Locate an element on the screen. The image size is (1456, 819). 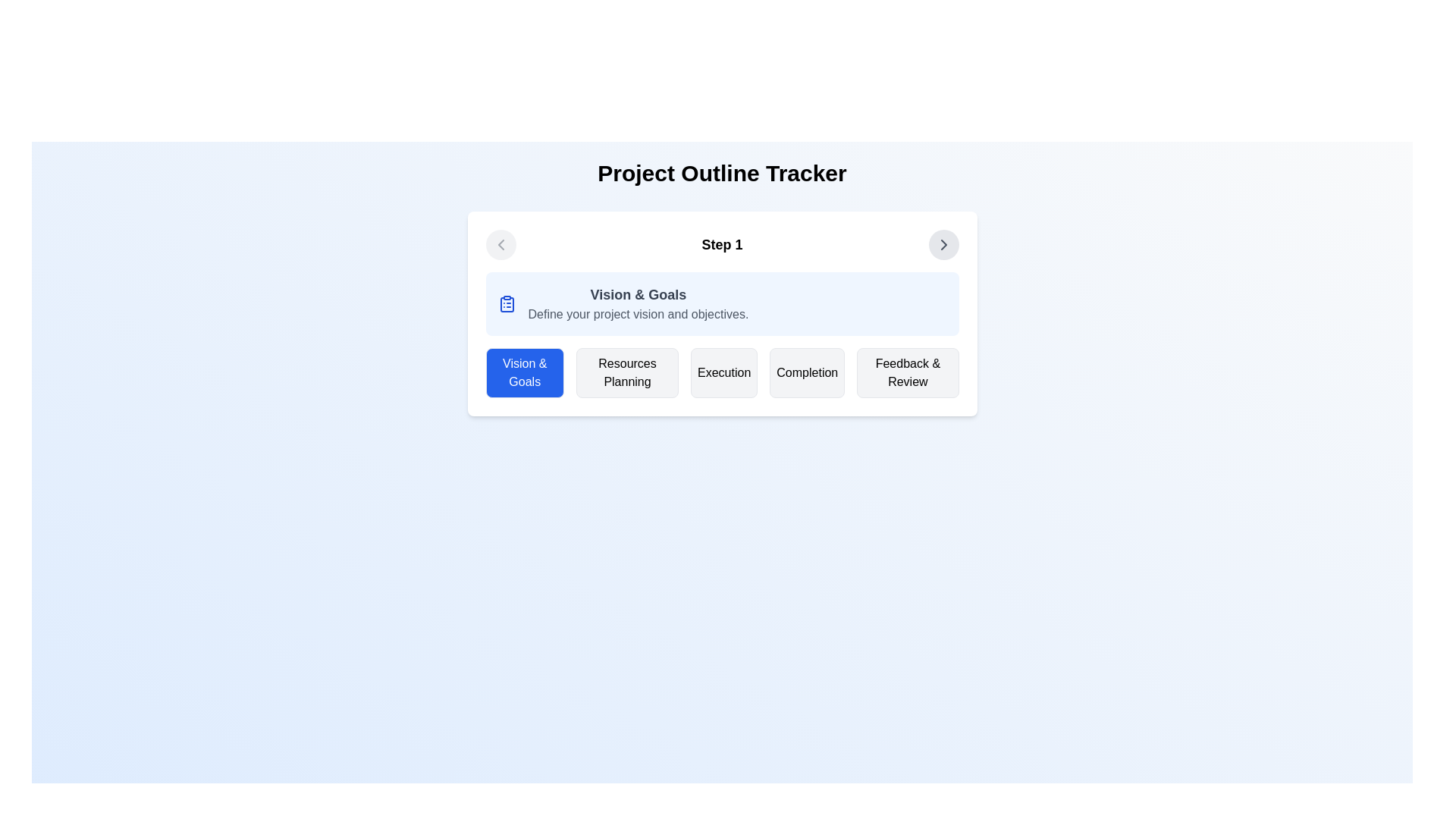
the first button in the 'Step 1' section is located at coordinates (524, 373).